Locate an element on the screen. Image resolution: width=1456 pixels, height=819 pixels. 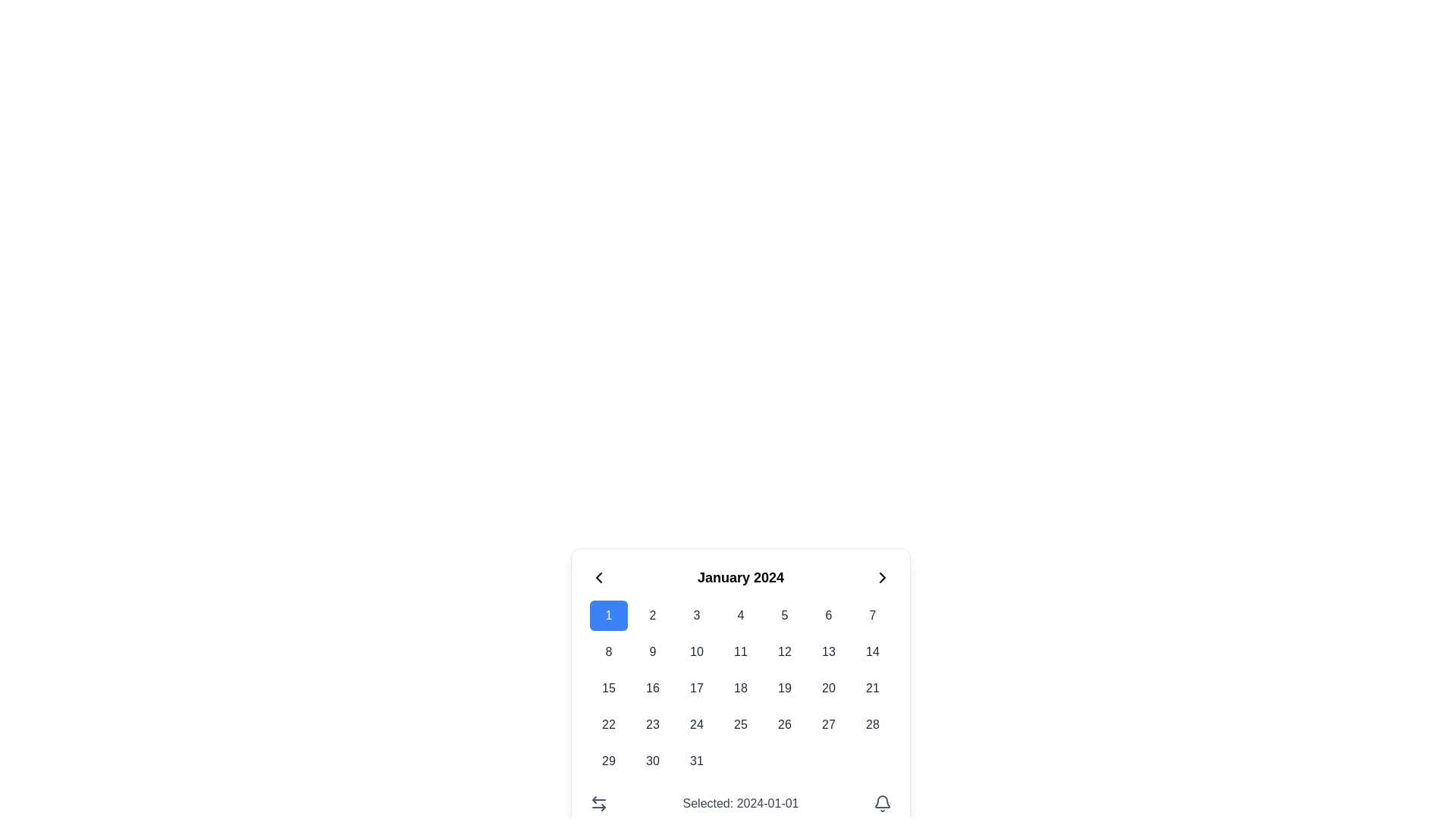
the rectangular button with a rounded corner design, featuring a gray background and a centered black numeral '6' is located at coordinates (828, 616).